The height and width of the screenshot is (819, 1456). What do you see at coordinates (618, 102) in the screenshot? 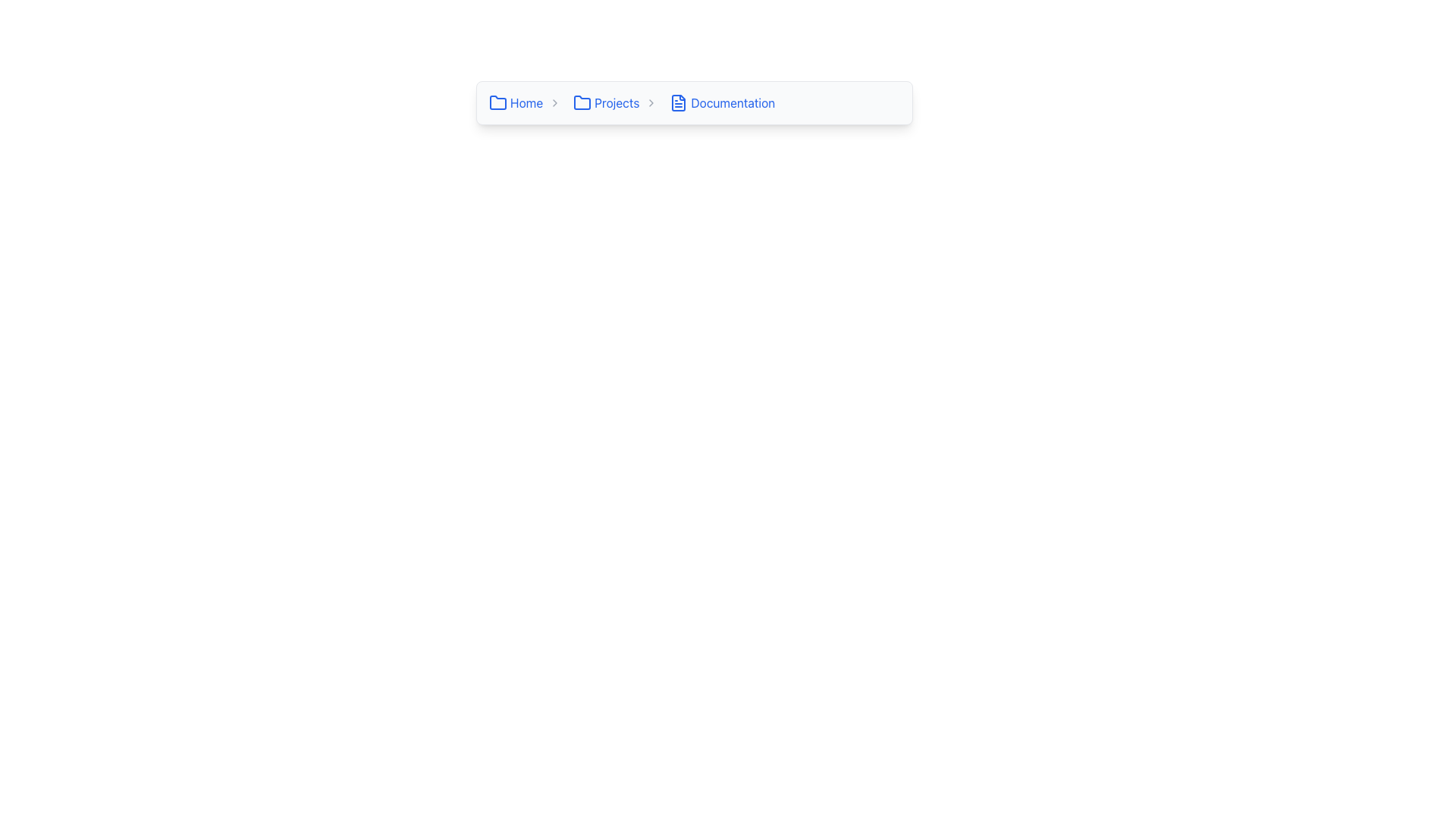
I see `the second clickable item in the breadcrumb navigation bar` at bounding box center [618, 102].